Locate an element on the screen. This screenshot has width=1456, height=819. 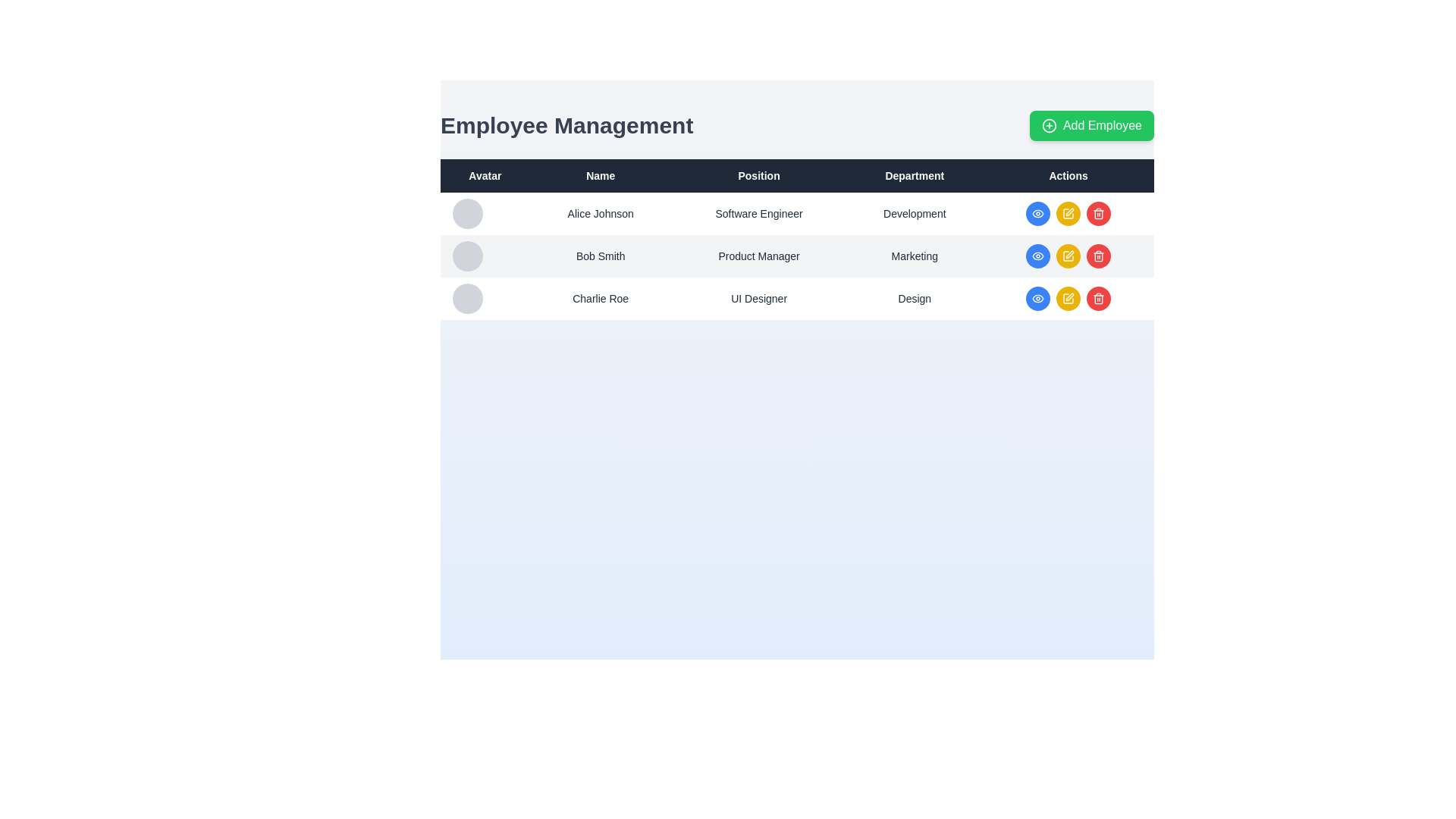
the text label displaying 'Charlie Roe', which is centrally aligned in the third row of the table under the 'Name' column is located at coordinates (600, 298).